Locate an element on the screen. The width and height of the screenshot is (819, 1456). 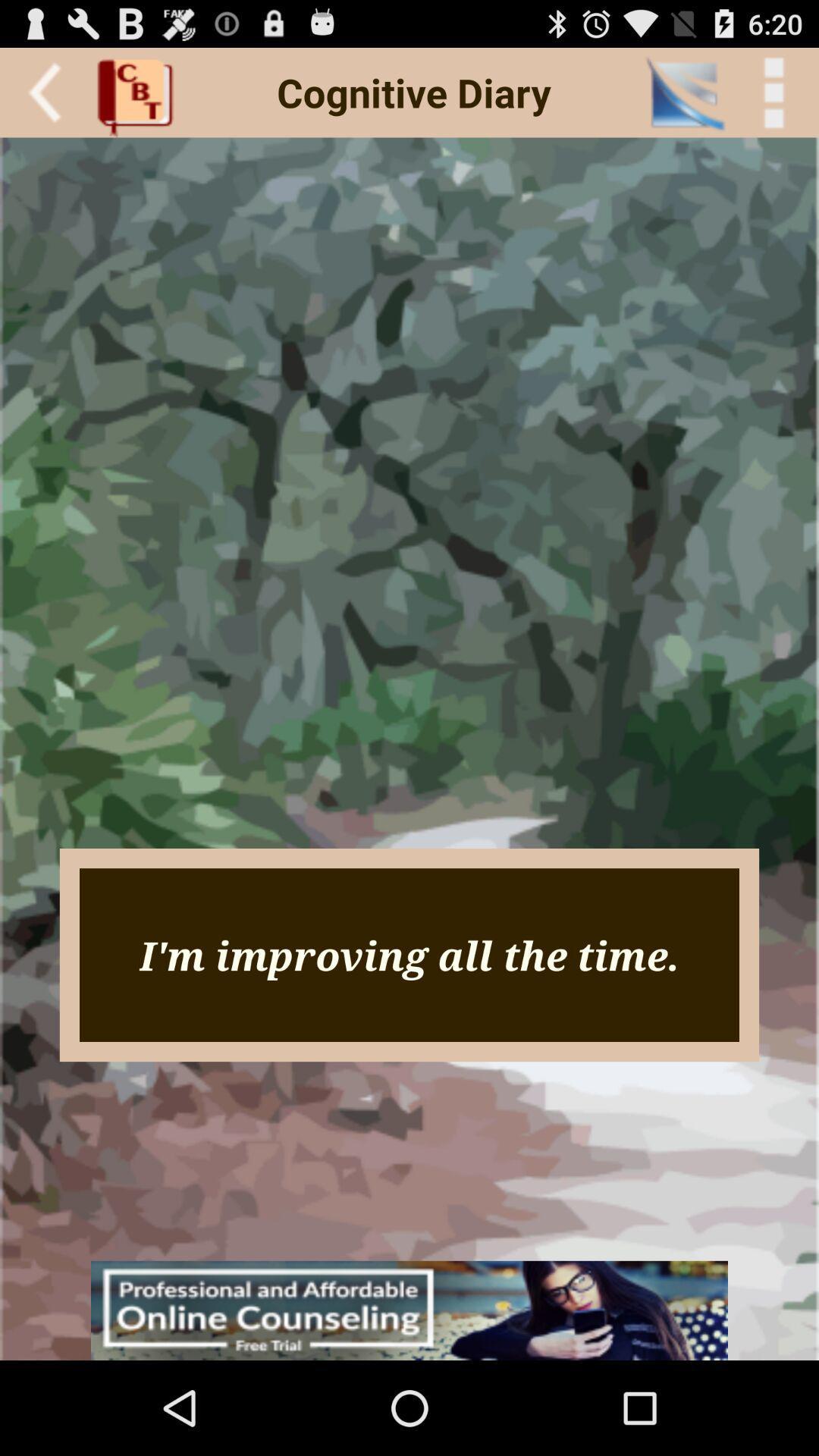
free trial is located at coordinates (409, 1310).